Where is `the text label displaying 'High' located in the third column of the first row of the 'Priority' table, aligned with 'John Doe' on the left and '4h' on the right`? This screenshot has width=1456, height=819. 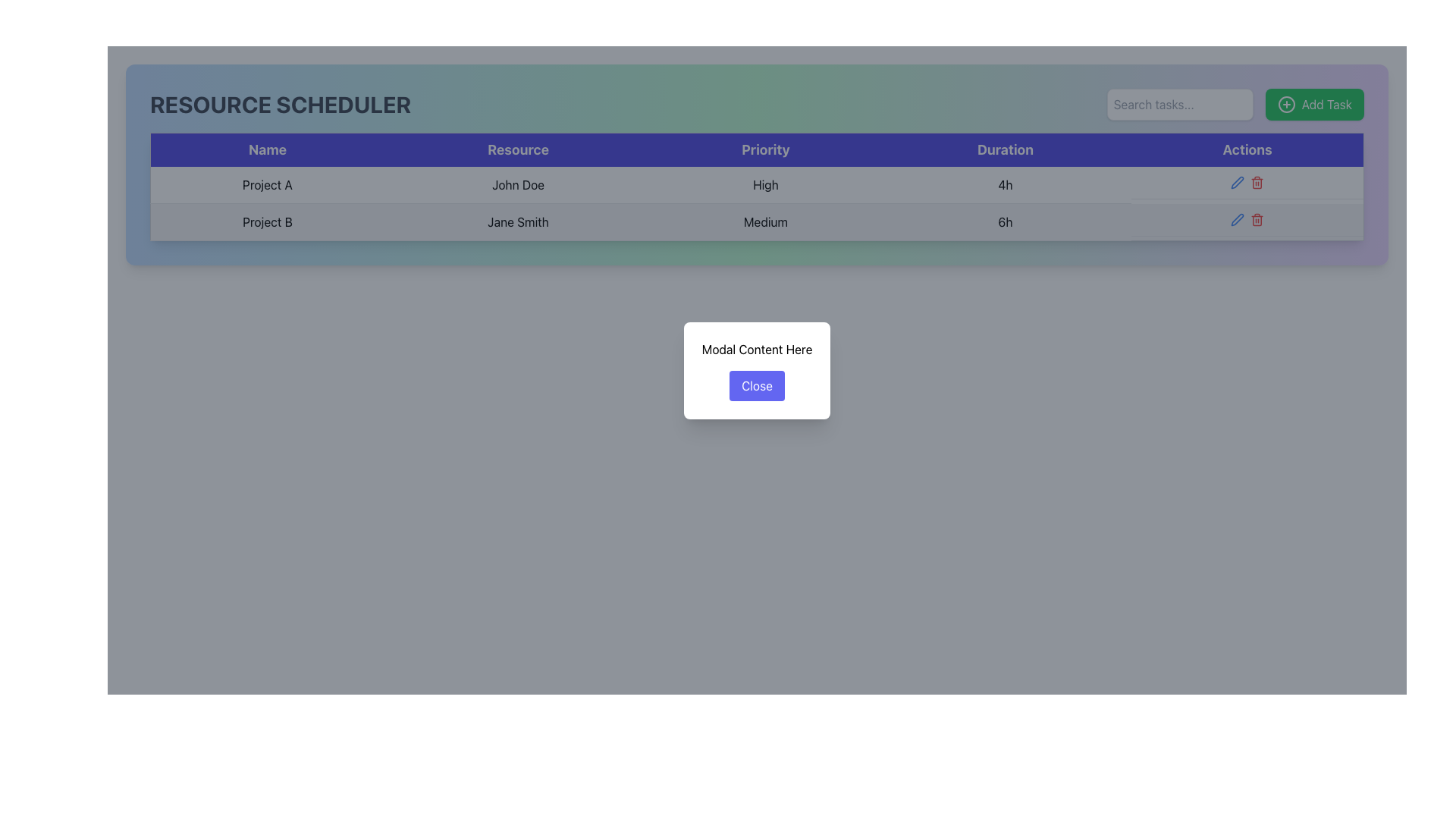
the text label displaying 'High' located in the third column of the first row of the 'Priority' table, aligned with 'John Doe' on the left and '4h' on the right is located at coordinates (765, 184).